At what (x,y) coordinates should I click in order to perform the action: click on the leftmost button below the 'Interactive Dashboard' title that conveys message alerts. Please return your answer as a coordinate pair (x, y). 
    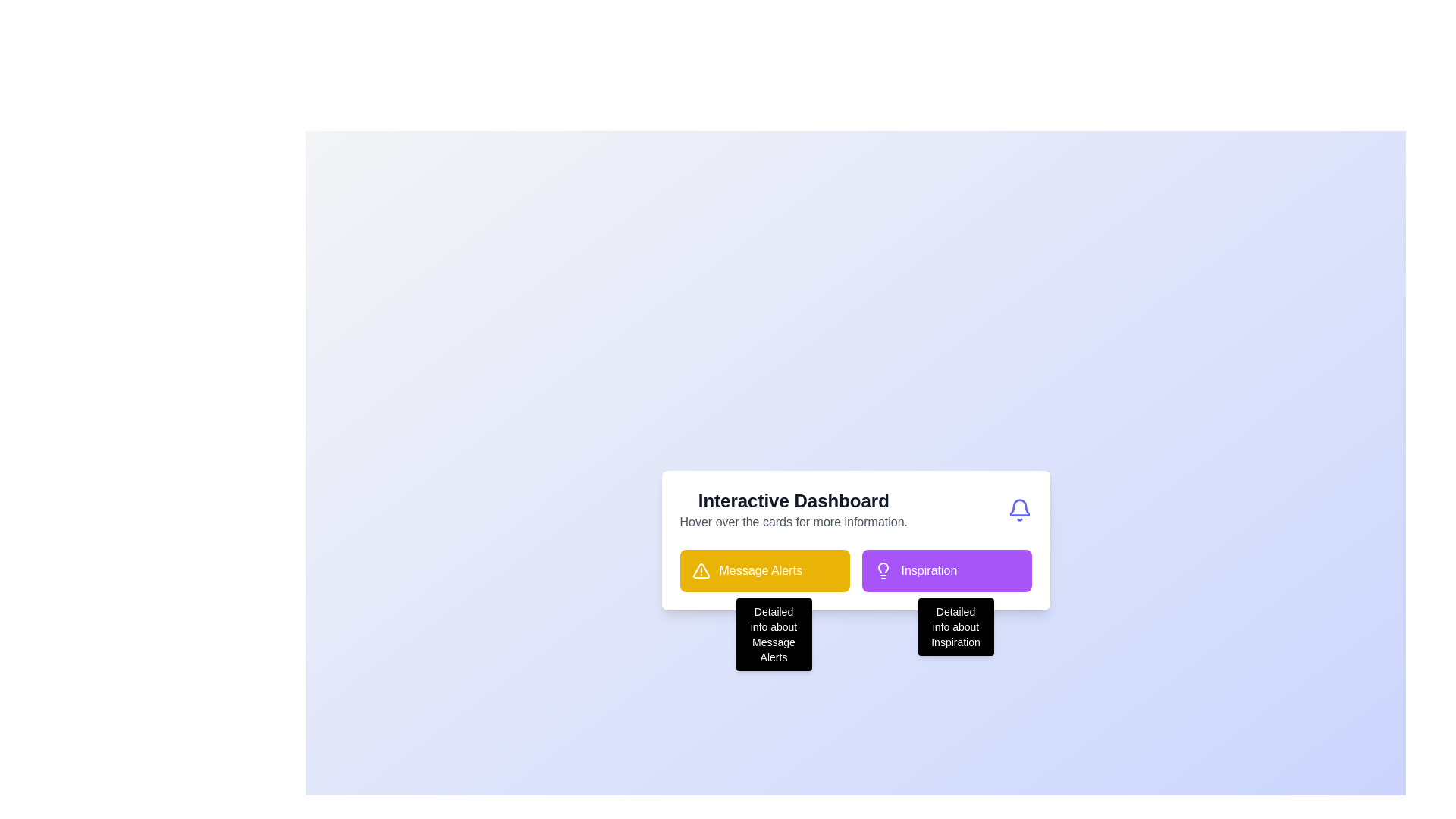
    Looking at the image, I should click on (764, 570).